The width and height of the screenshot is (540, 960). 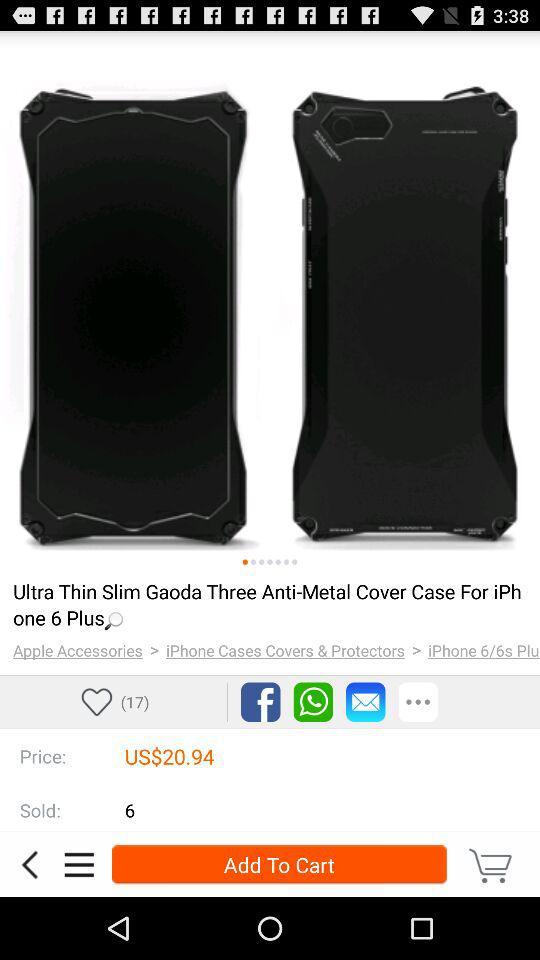 I want to click on see a different photo, so click(x=285, y=562).